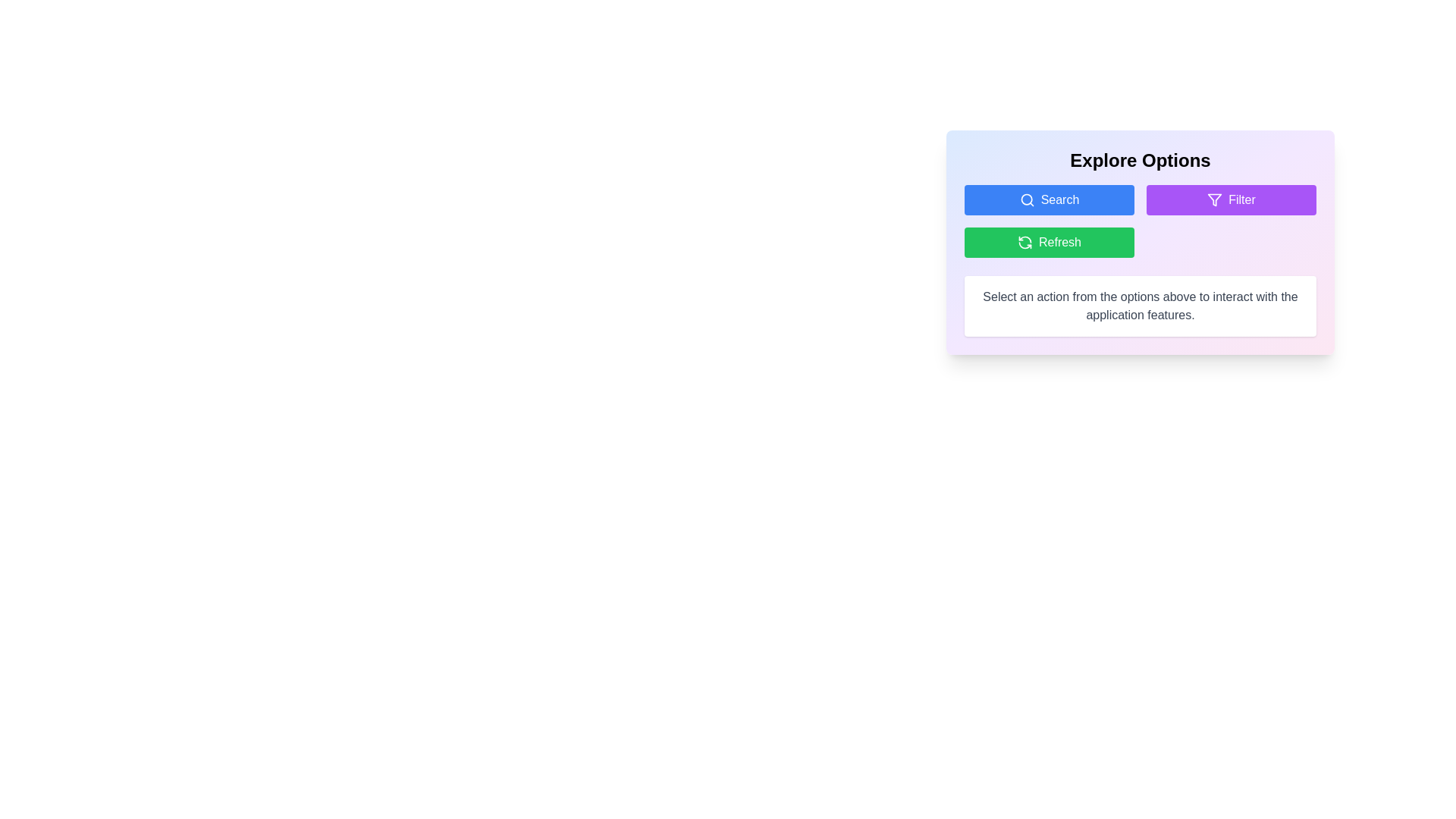 The height and width of the screenshot is (819, 1456). I want to click on the informational label containing the text 'Select an action from the options above to interact with the application features.' which is located at the bottom of the card-like structure with a gradient background, so click(1140, 306).